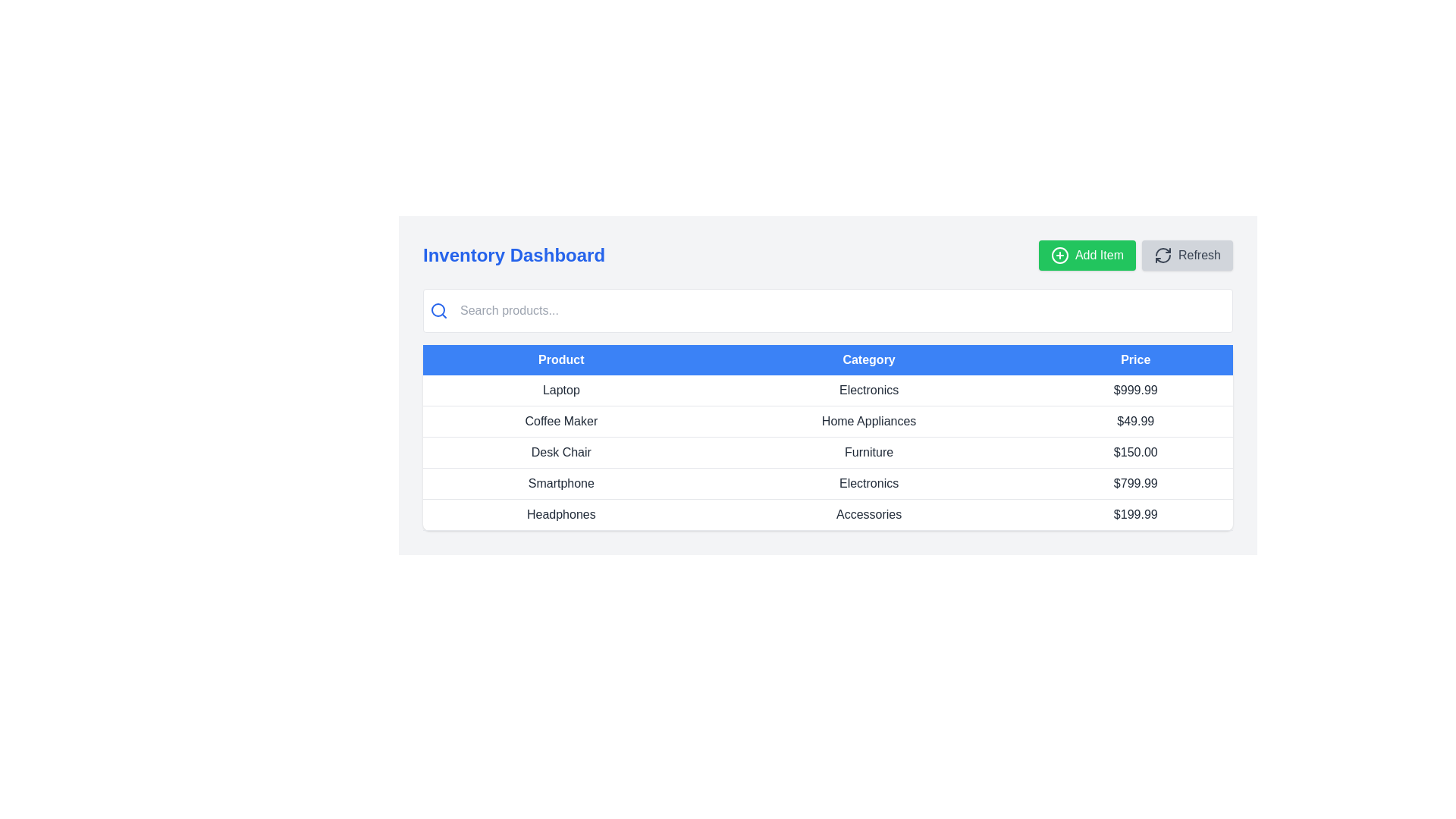 This screenshot has height=819, width=1456. What do you see at coordinates (1059, 254) in the screenshot?
I see `the 'Add Item' button's icon, which represents the action of adding an item to a list` at bounding box center [1059, 254].